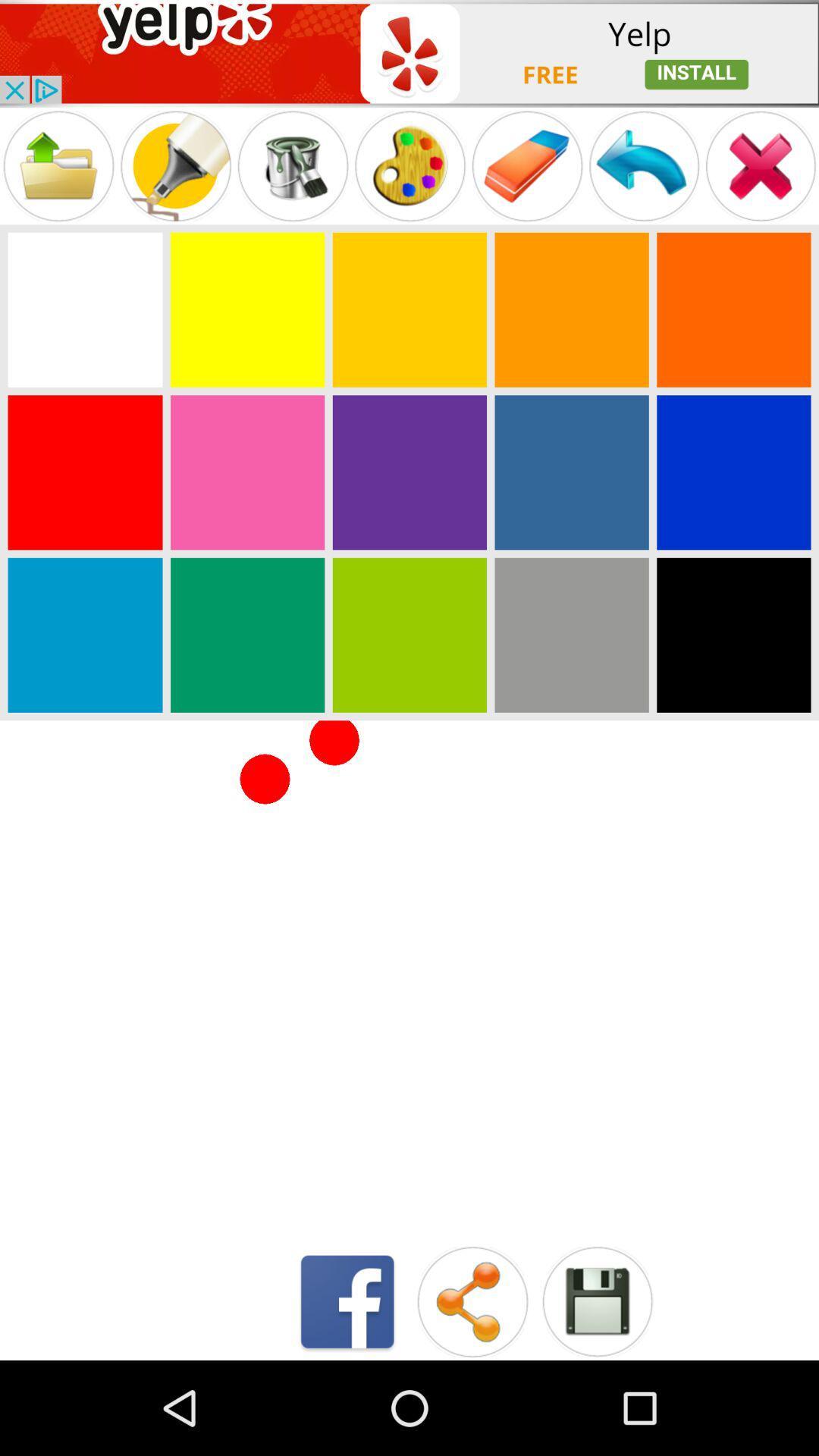 Image resolution: width=819 pixels, height=1456 pixels. Describe the element at coordinates (572, 472) in the screenshot. I see `choose blue color` at that location.